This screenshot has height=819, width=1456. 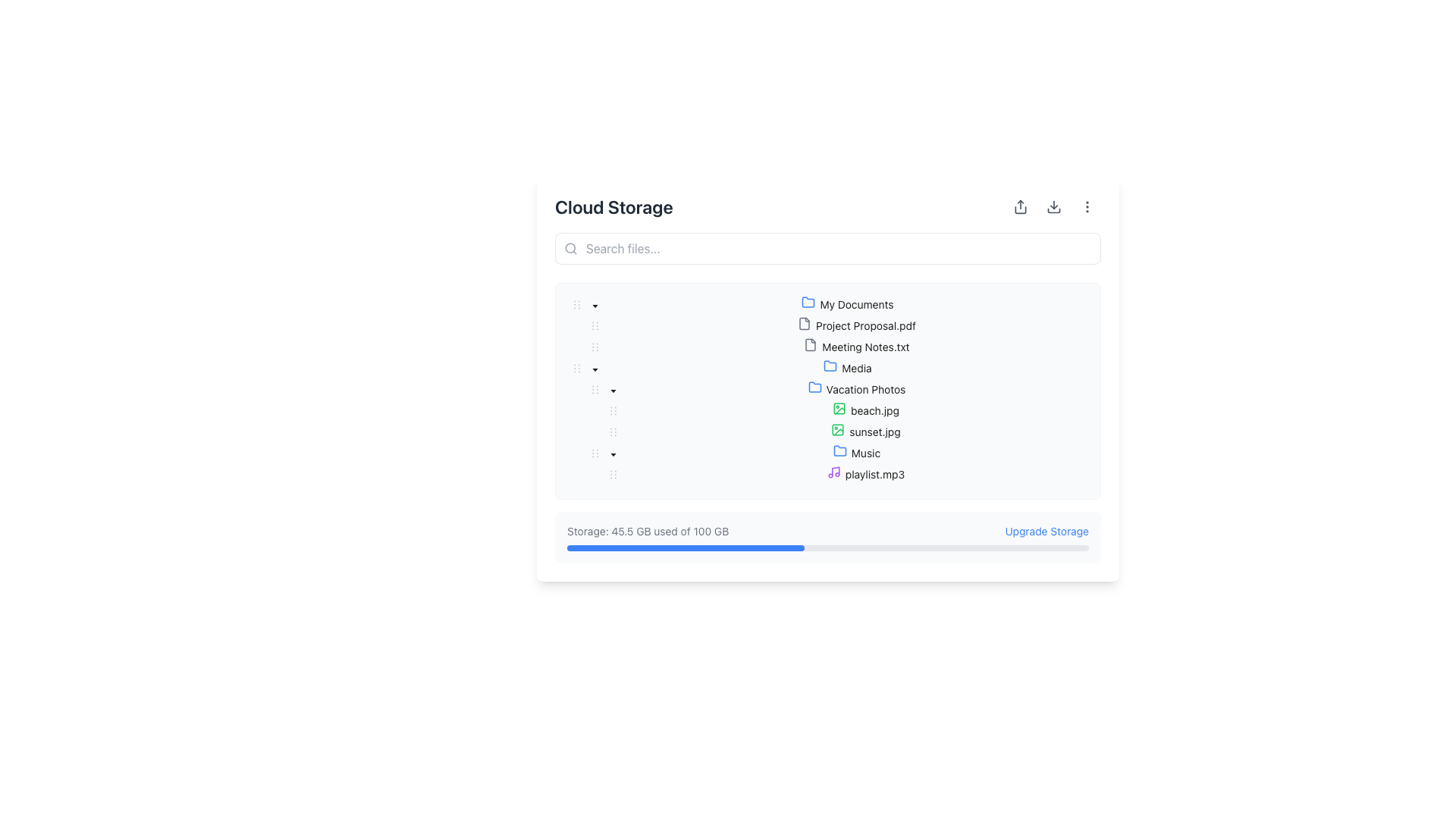 What do you see at coordinates (841, 452) in the screenshot?
I see `the blue-colored folder icon representing the 'Music' directory in the file browser interface, located immediately to the left of the folder title 'Music'` at bounding box center [841, 452].